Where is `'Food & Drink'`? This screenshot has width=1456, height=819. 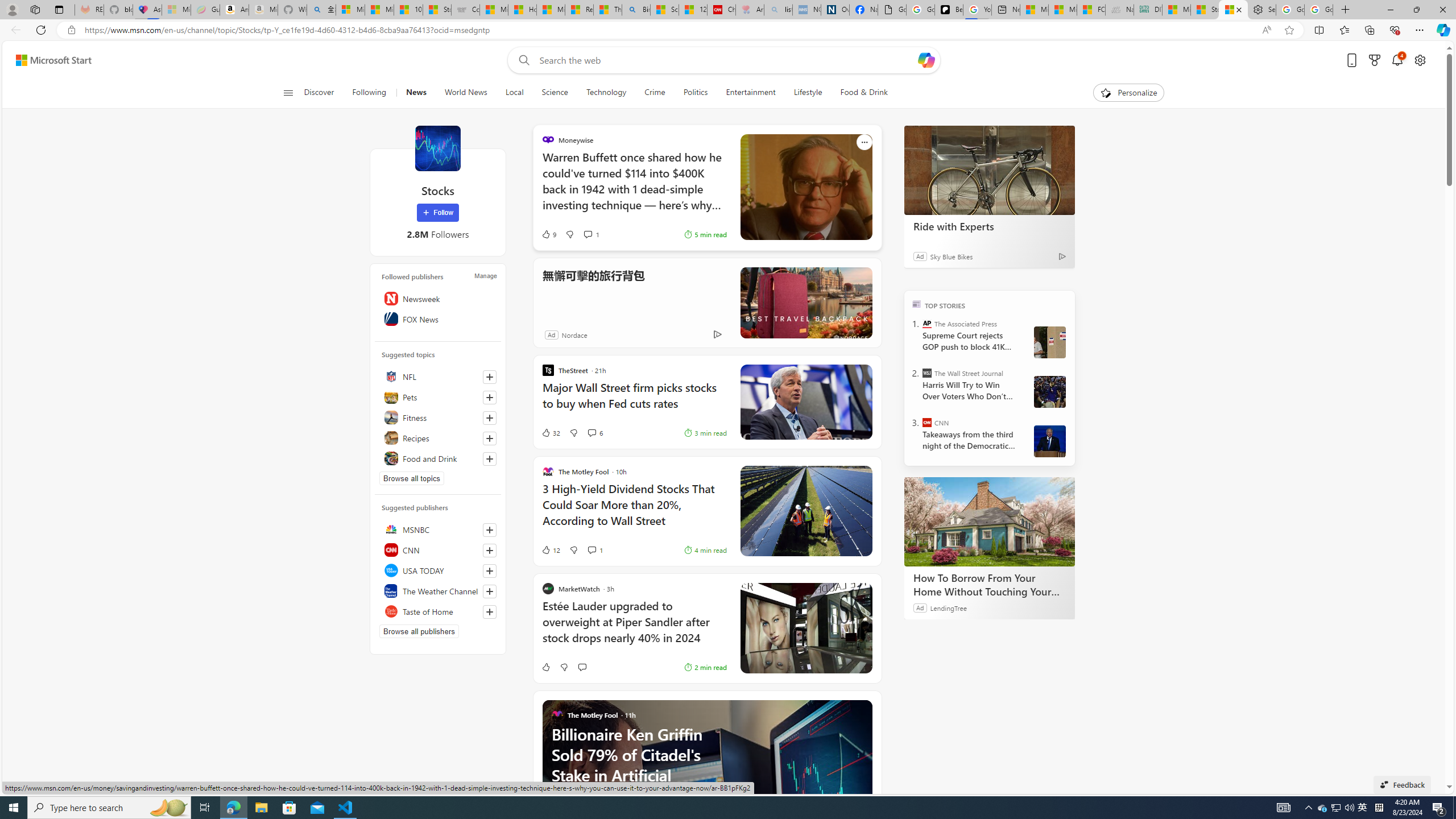 'Food & Drink' is located at coordinates (859, 92).